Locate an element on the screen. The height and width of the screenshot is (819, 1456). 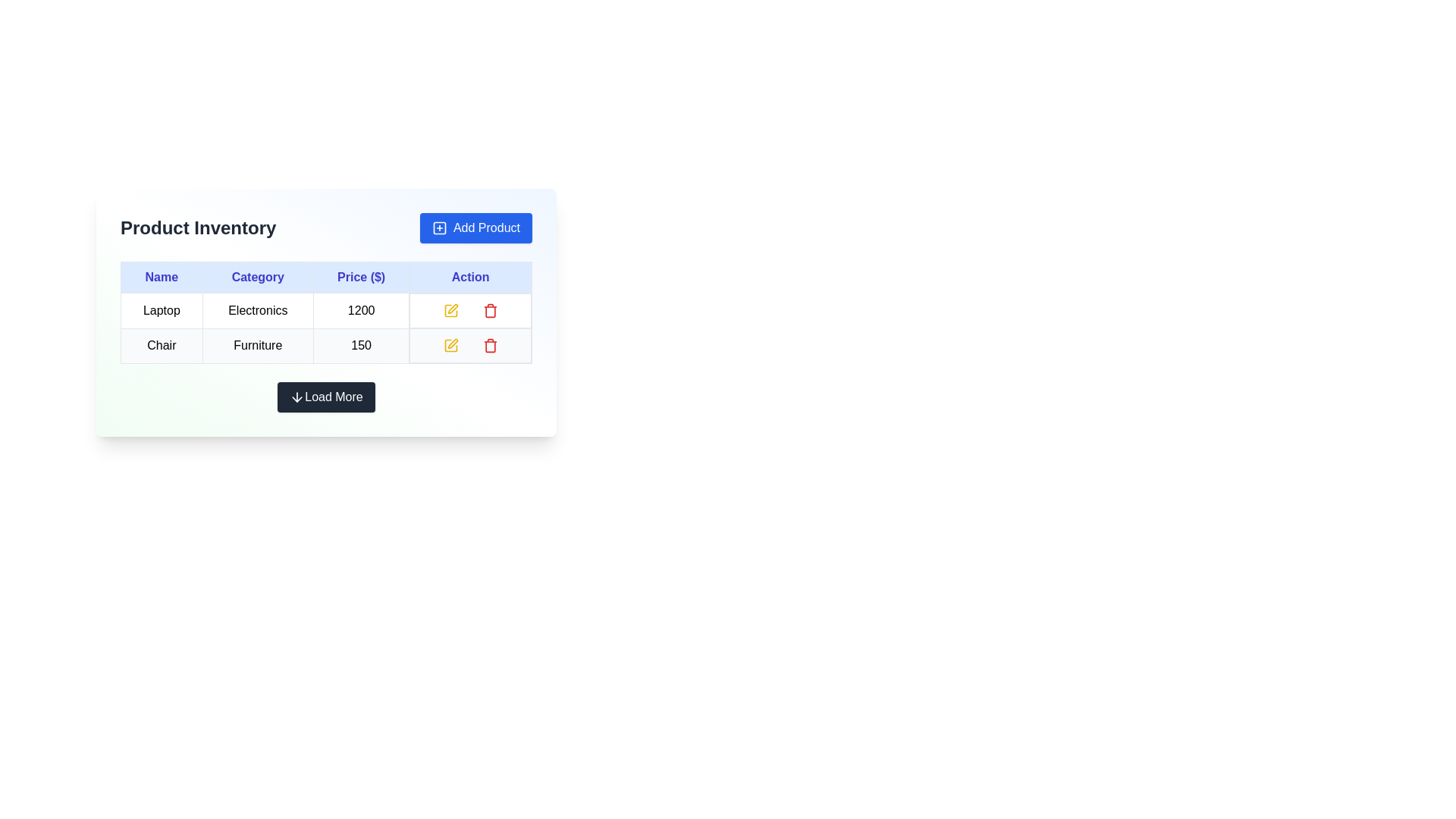
the rectangular text field displaying the word 'Chair' located in the first cell of the second row in the 'Name' column of the 'Product Inventory' table is located at coordinates (162, 346).